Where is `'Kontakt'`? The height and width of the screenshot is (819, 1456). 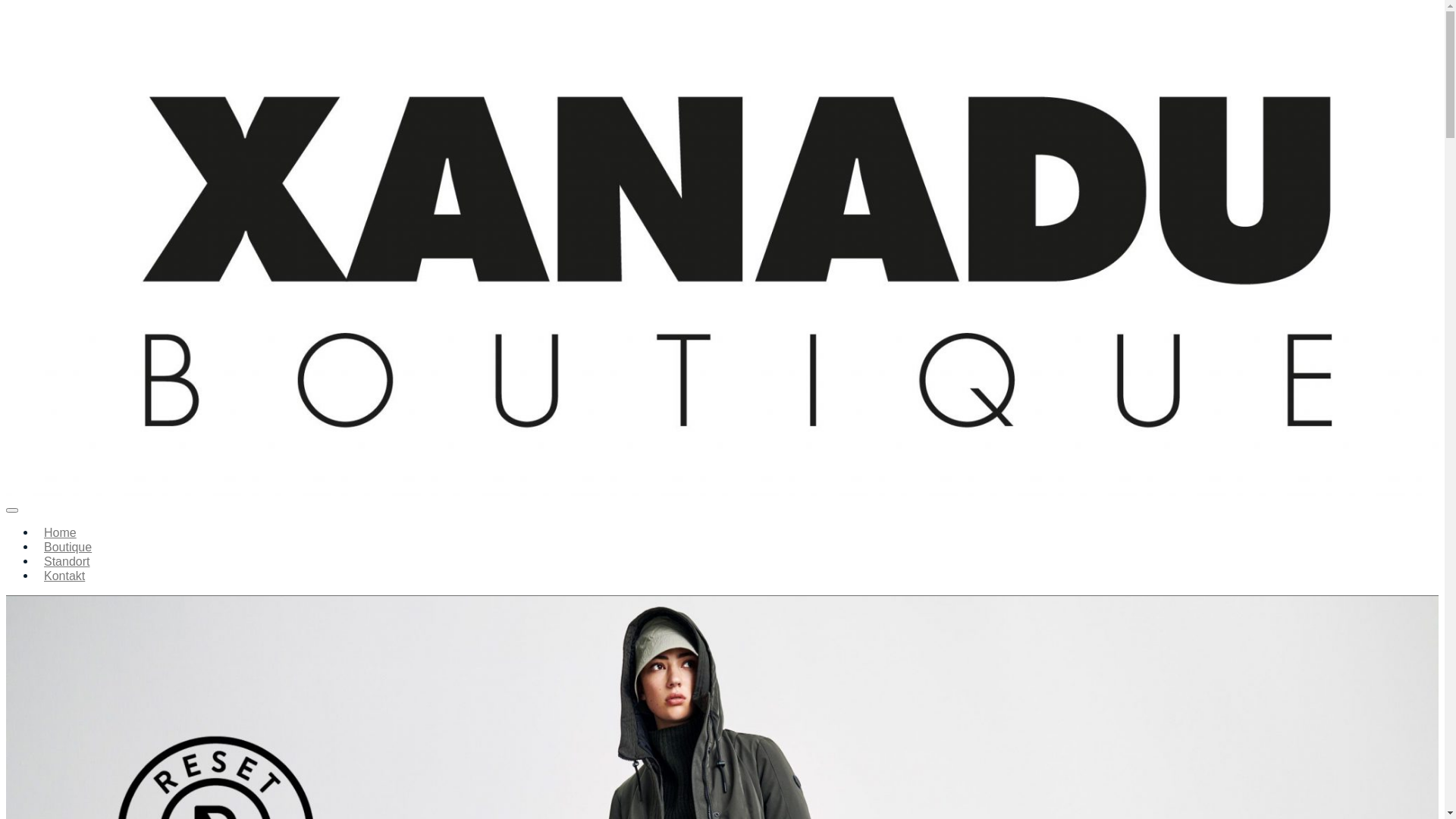 'Kontakt' is located at coordinates (64, 576).